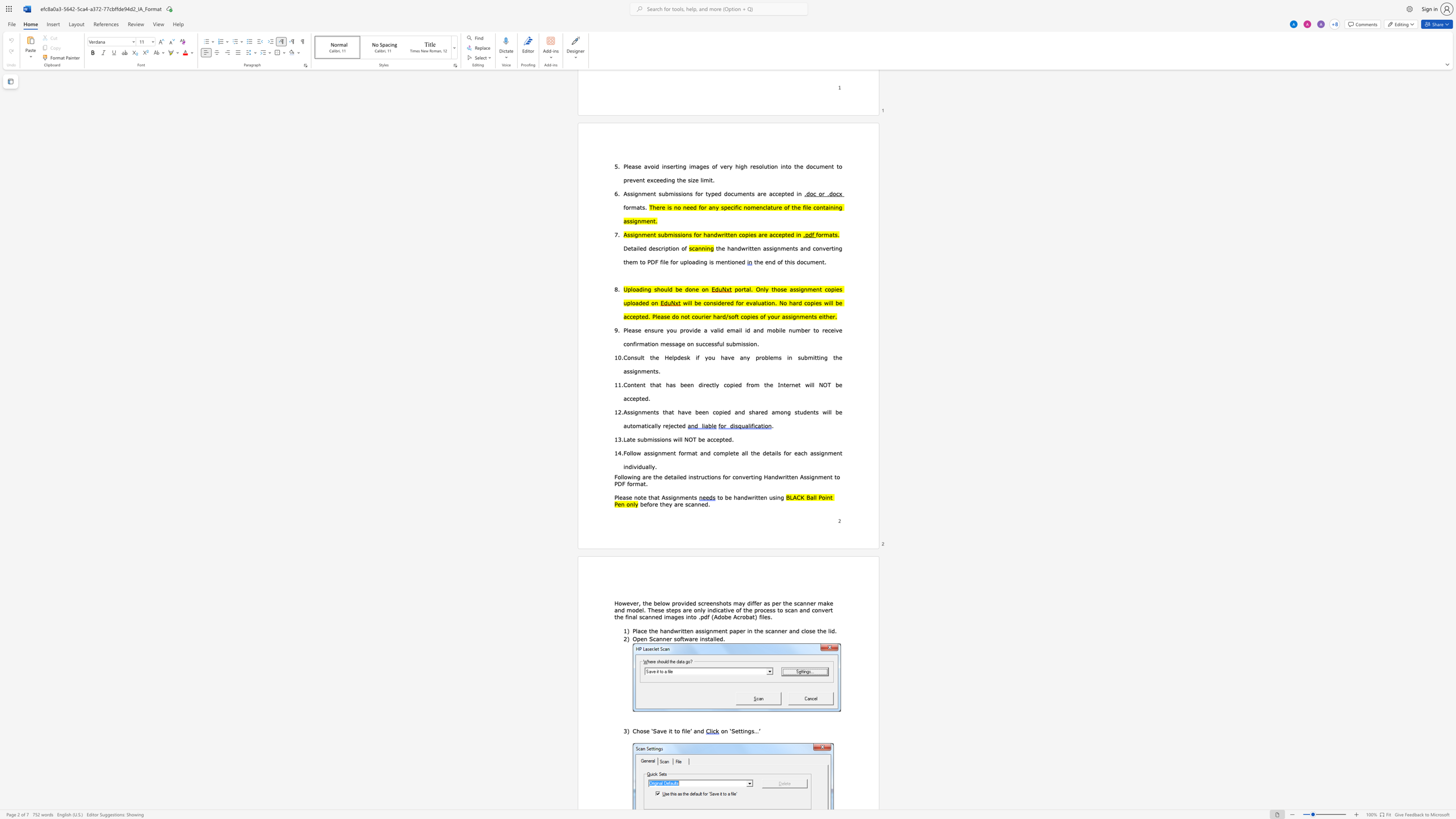 The height and width of the screenshot is (819, 1456). I want to click on the space between the continuous character "s" and "i" in the text, so click(775, 496).